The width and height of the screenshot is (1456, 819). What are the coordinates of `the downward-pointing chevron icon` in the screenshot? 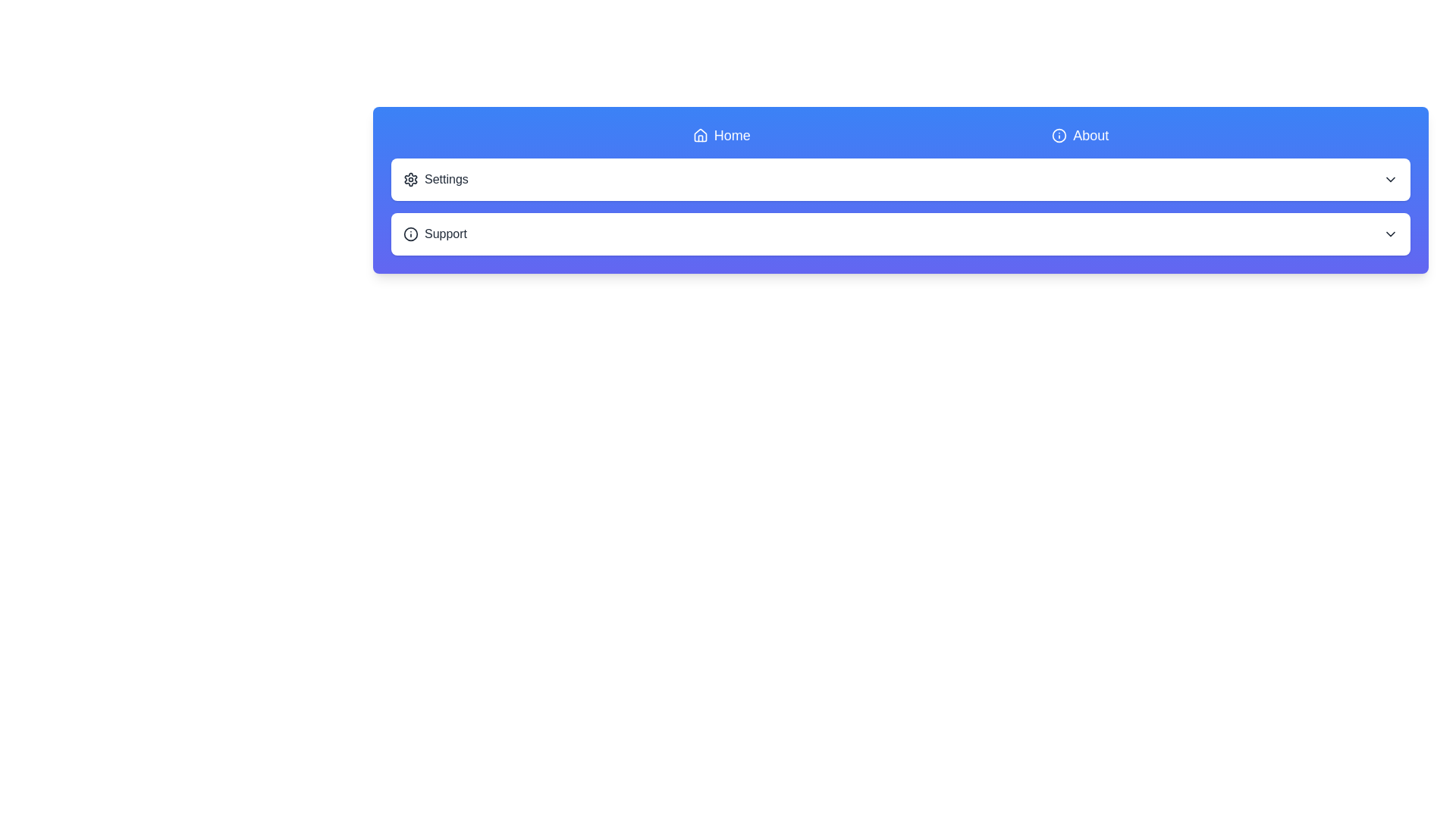 It's located at (1390, 234).